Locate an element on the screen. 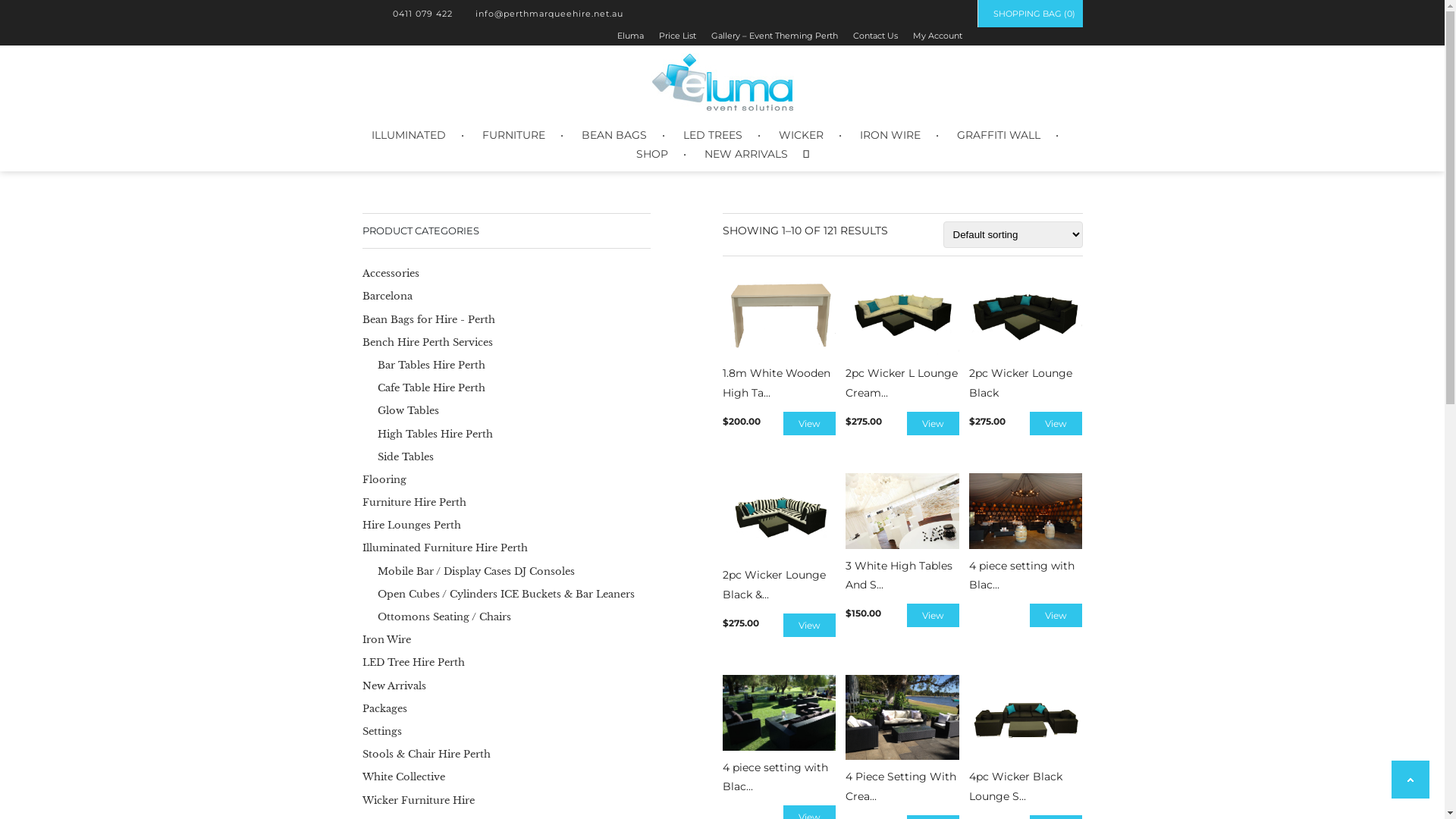 Image resolution: width=1456 pixels, height=819 pixels. 'Contact Us' is located at coordinates (874, 34).